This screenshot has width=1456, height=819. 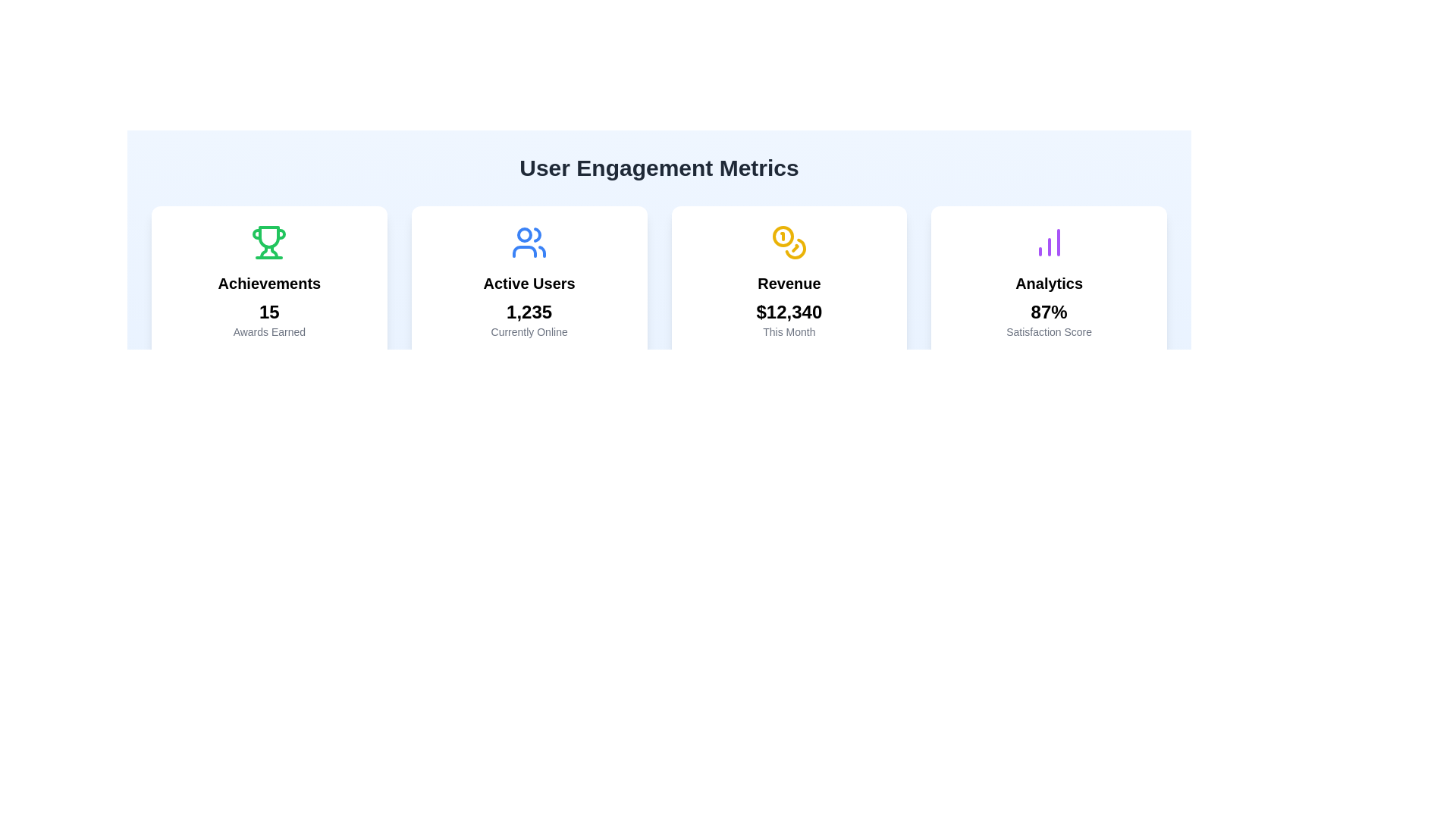 What do you see at coordinates (257, 234) in the screenshot?
I see `the curved line segment that is part of the green trophy icon within the 'Achievements' card, located at the top of the section` at bounding box center [257, 234].